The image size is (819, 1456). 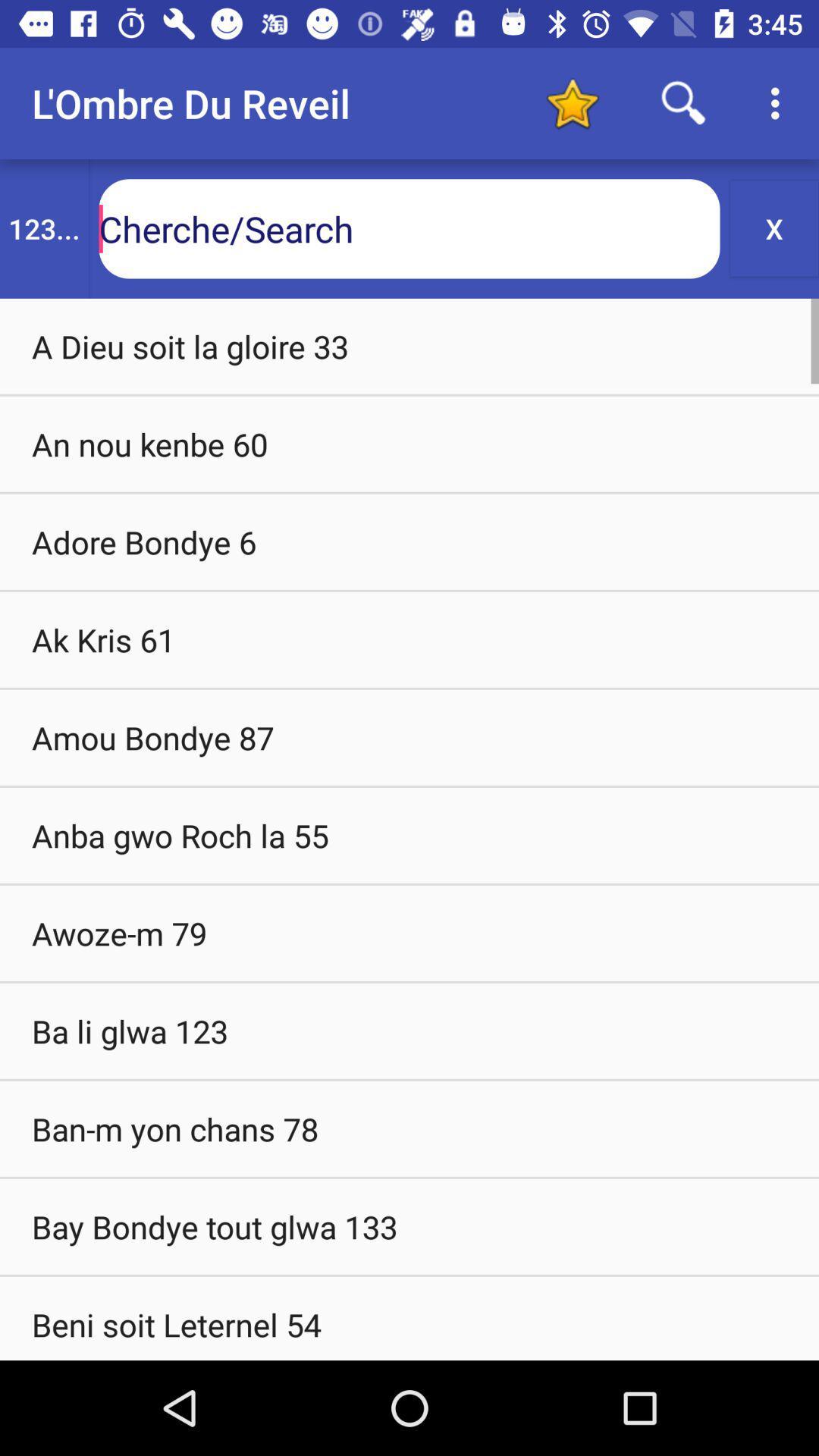 What do you see at coordinates (43, 227) in the screenshot?
I see `icon above a dieu soit` at bounding box center [43, 227].